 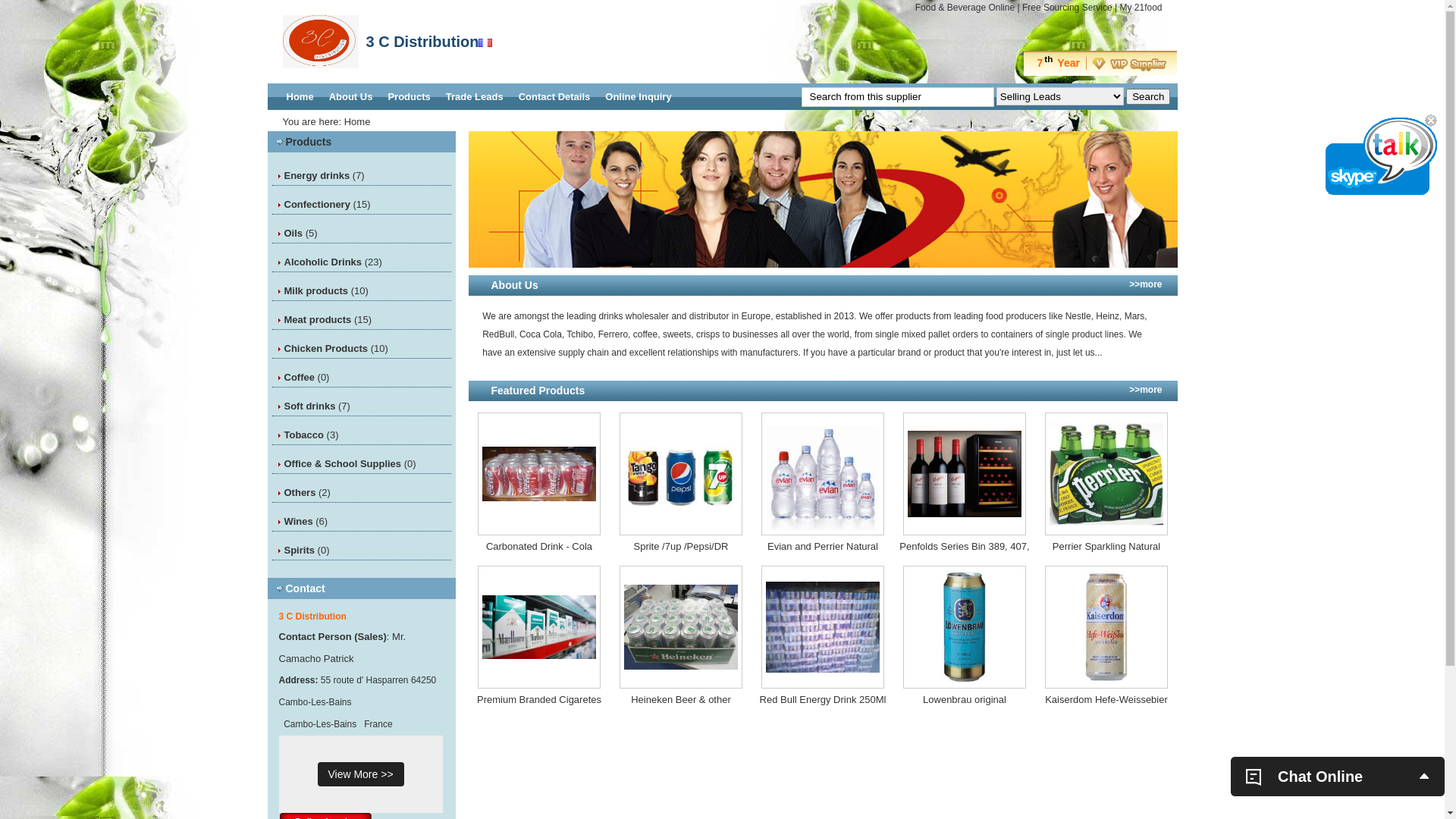 I want to click on 'Food & Beverage Online', so click(x=964, y=8).